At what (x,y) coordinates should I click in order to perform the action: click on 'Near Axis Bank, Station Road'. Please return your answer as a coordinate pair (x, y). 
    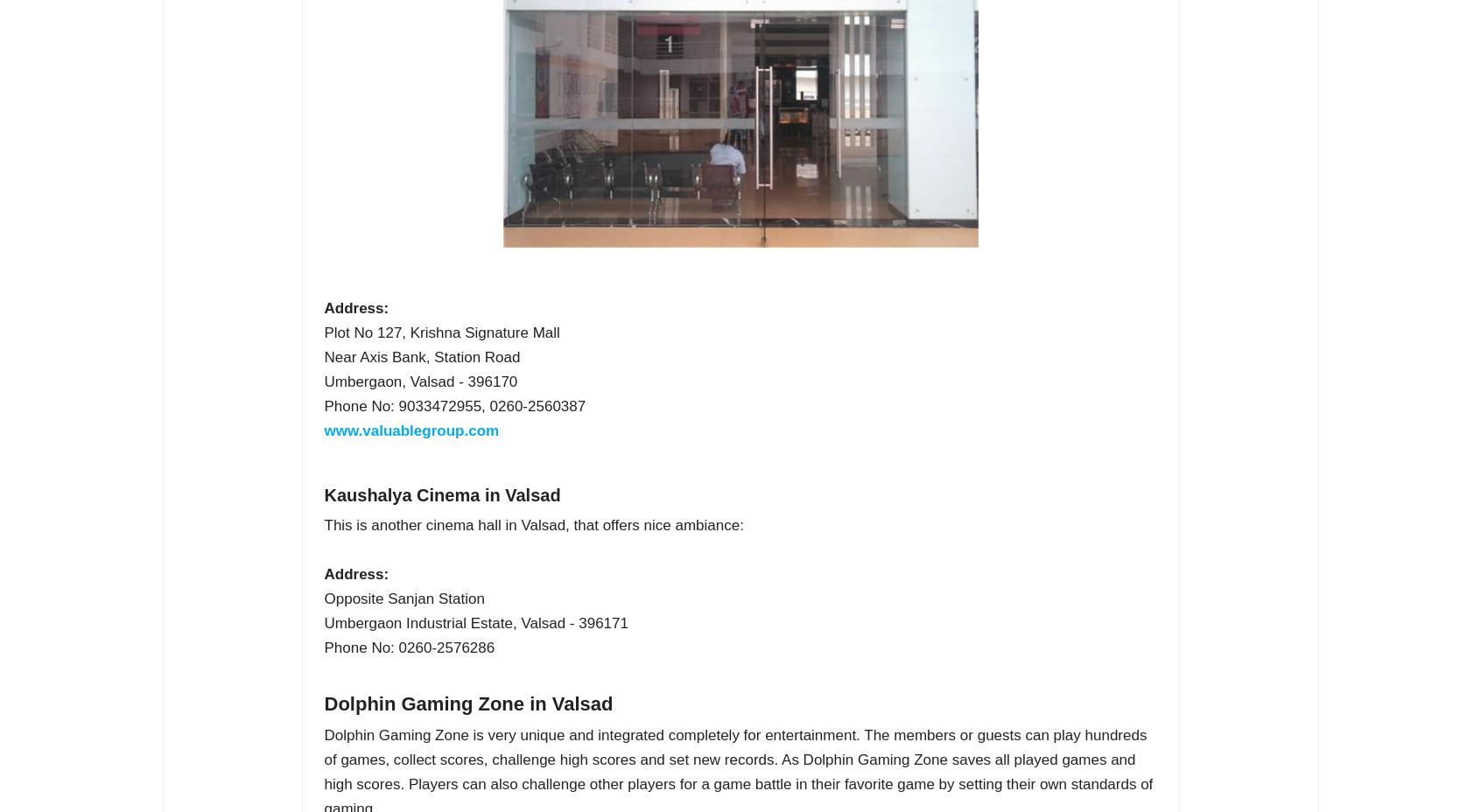
    Looking at the image, I should click on (421, 357).